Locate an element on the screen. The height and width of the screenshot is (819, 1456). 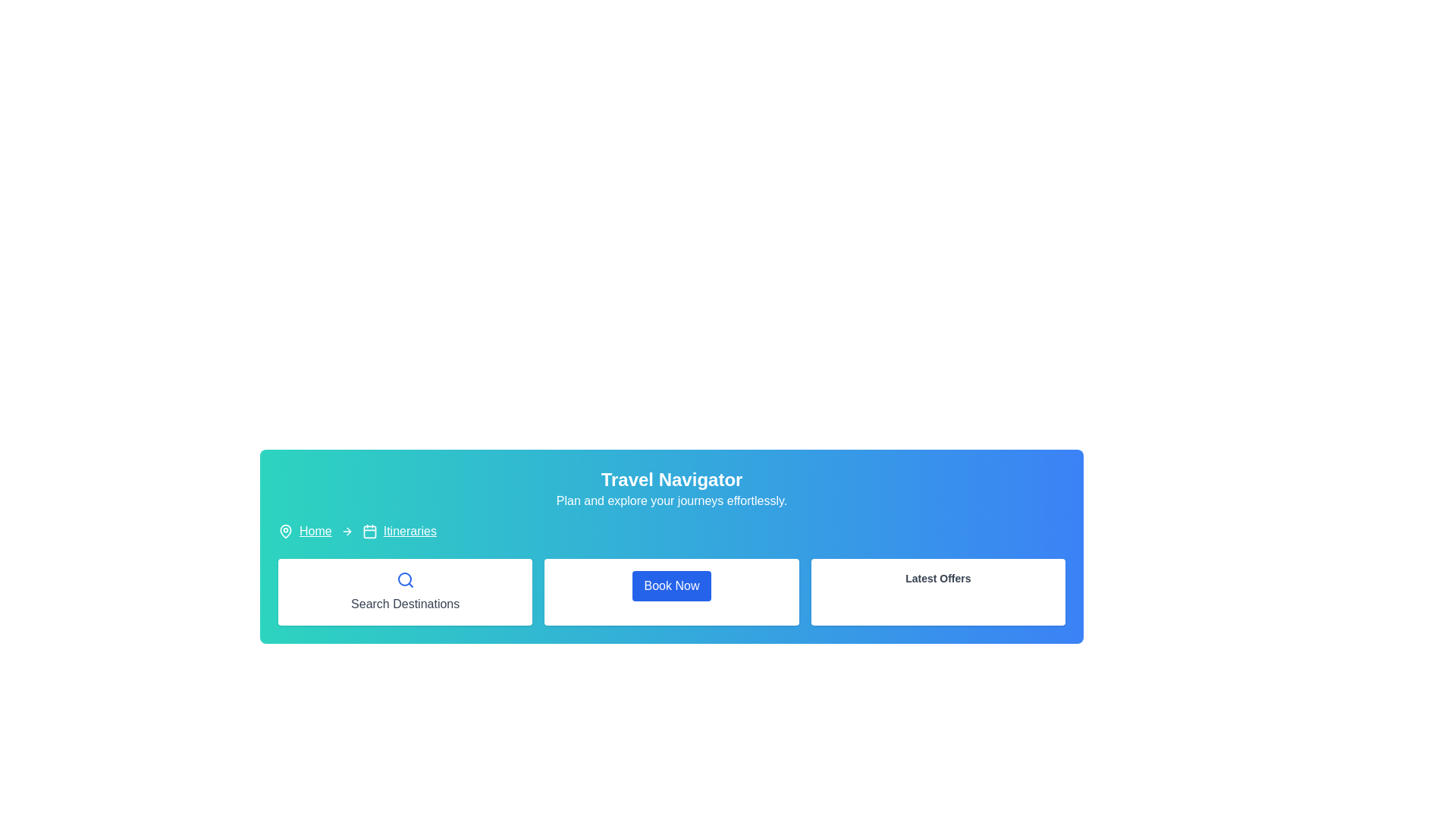
the search icon located above the text 'Search Destinations' in the leftmost white card of the three cards in the center section to initiate a search action is located at coordinates (405, 579).